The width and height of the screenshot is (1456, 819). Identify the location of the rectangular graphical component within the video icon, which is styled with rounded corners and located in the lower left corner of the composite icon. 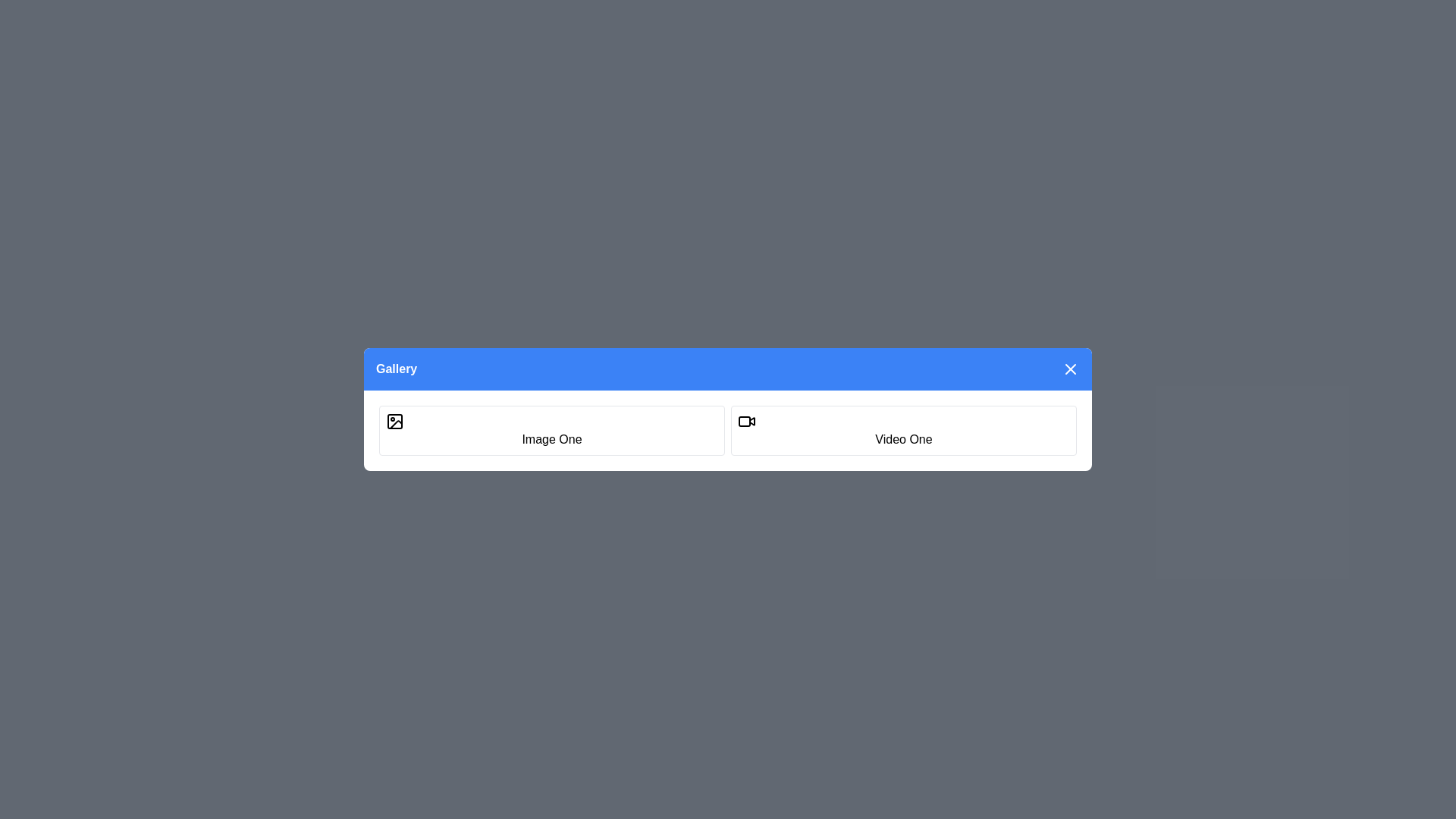
(745, 421).